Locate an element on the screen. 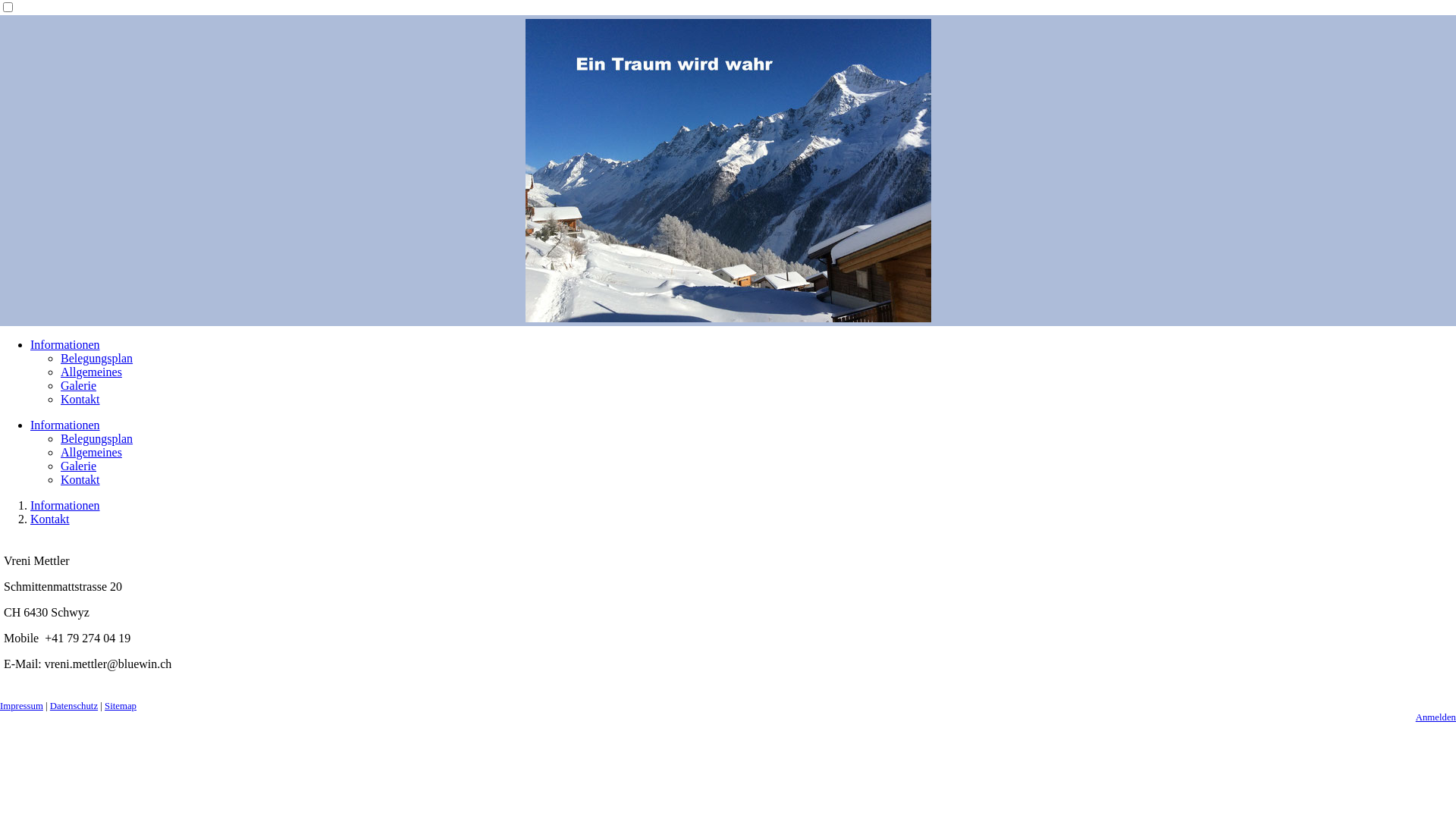  'Datenschutz' is located at coordinates (73, 705).